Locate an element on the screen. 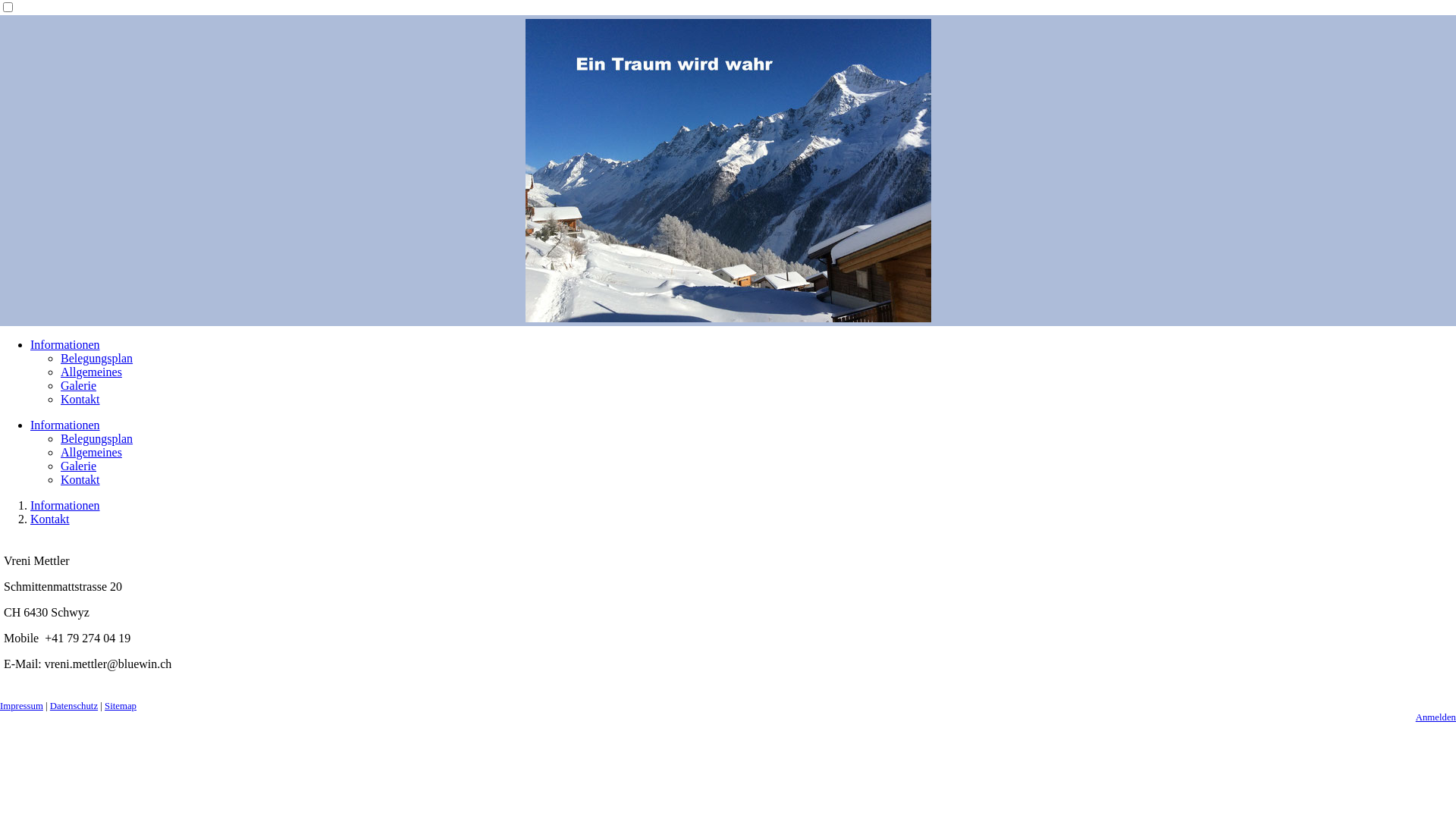  'Datenschutz' is located at coordinates (73, 705).